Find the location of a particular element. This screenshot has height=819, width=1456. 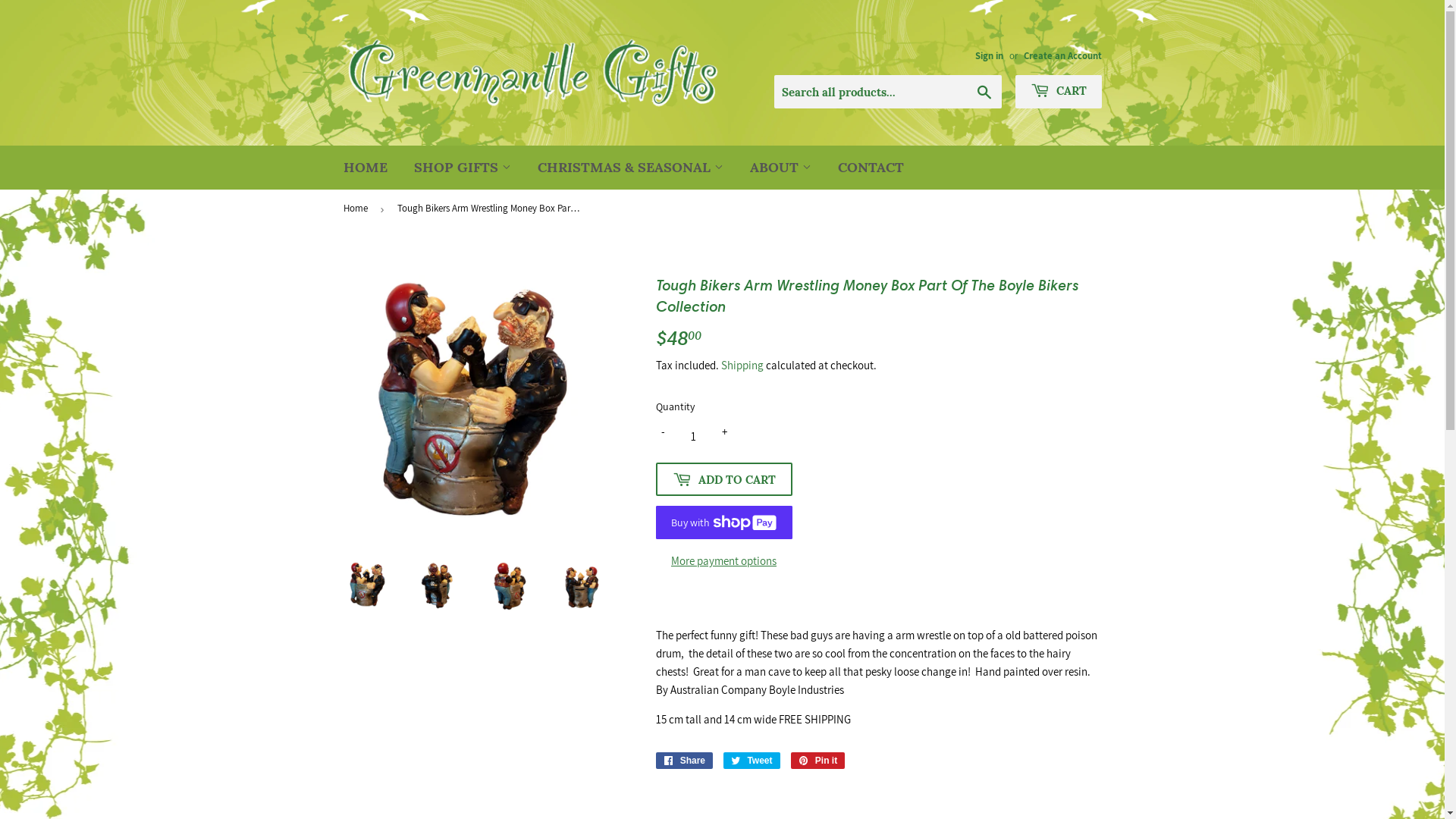

'ABOUT' is located at coordinates (739, 168).